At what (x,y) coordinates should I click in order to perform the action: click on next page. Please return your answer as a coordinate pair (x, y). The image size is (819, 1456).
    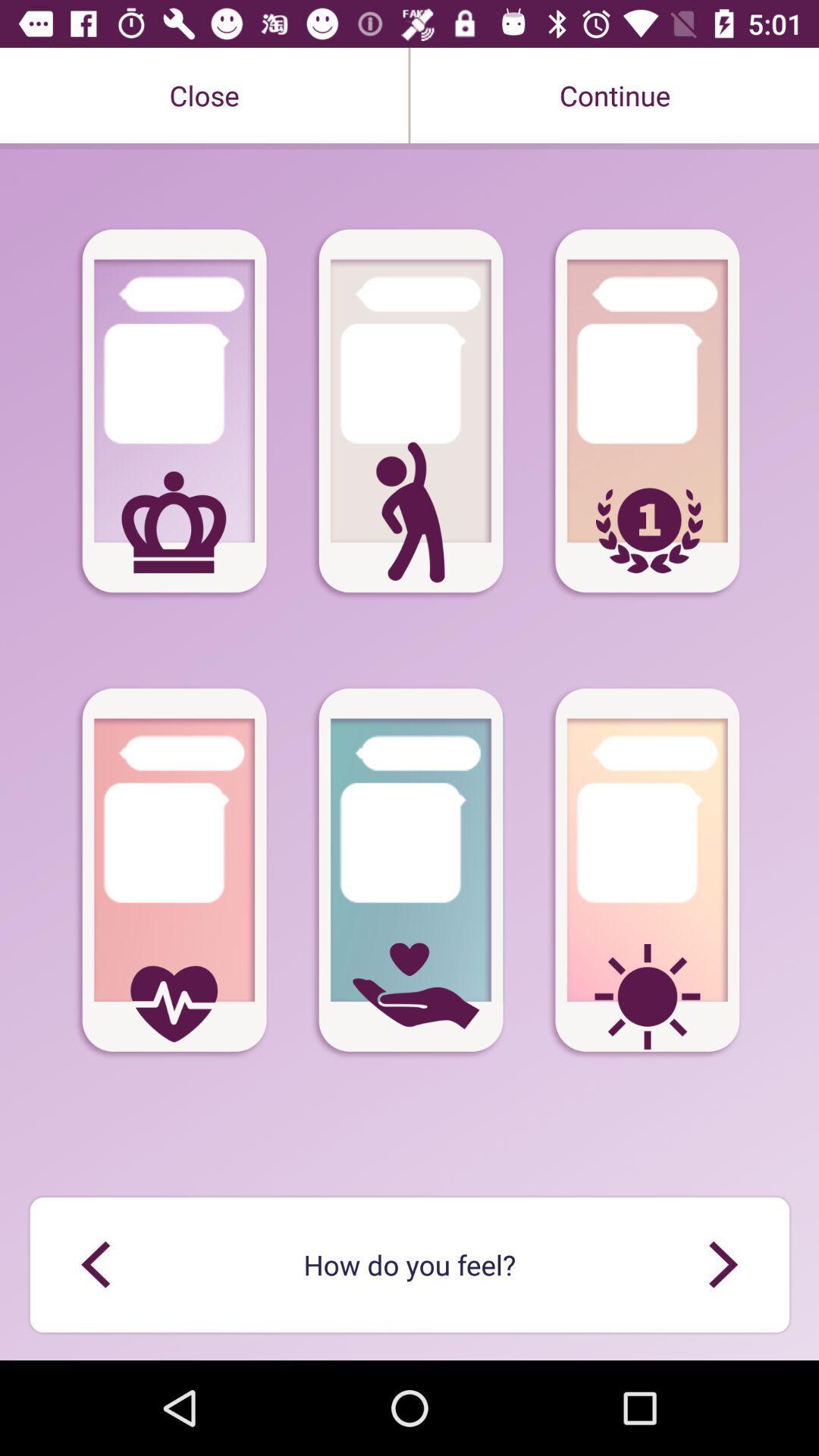
    Looking at the image, I should click on (722, 1264).